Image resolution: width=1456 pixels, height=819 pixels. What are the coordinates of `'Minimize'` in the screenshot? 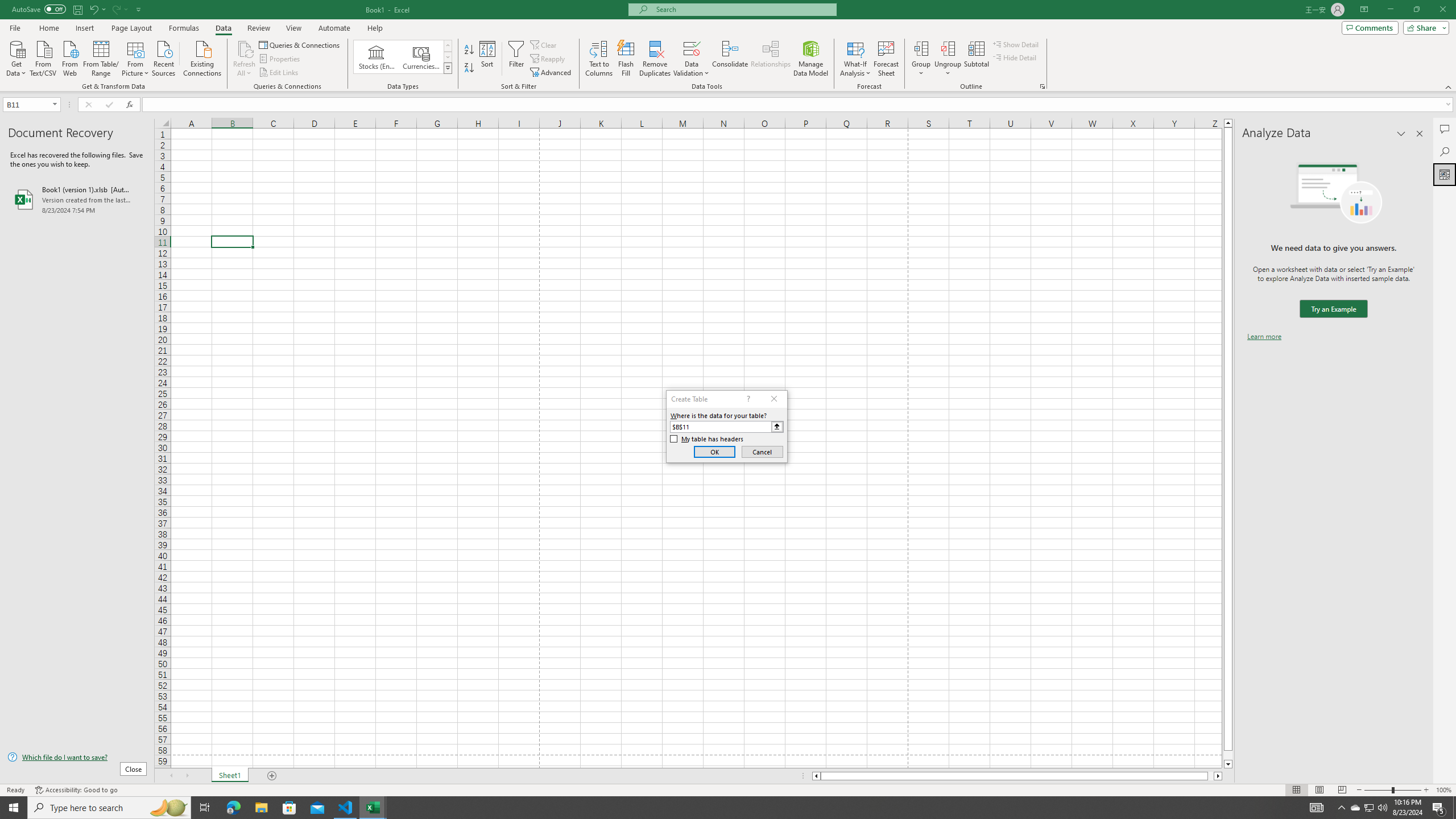 It's located at (1389, 9).